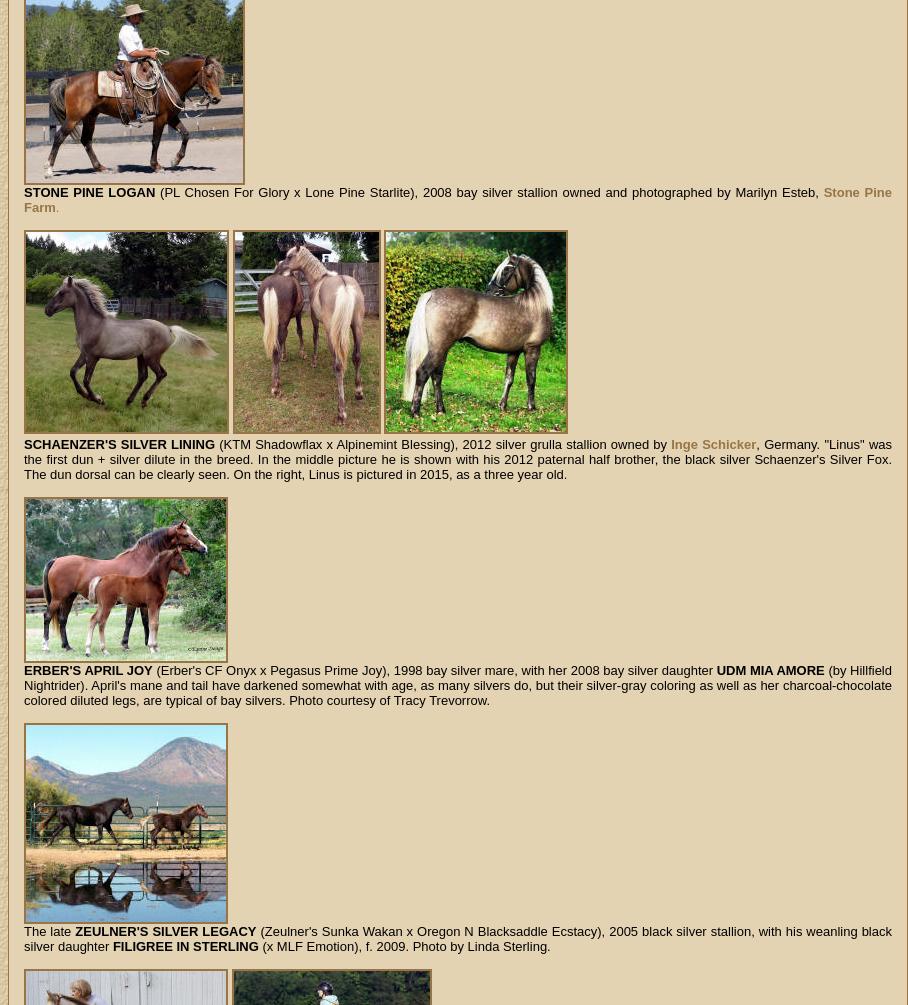 Image resolution: width=908 pixels, height=1005 pixels. Describe the element at coordinates (22, 930) in the screenshot. I see `'The late'` at that location.